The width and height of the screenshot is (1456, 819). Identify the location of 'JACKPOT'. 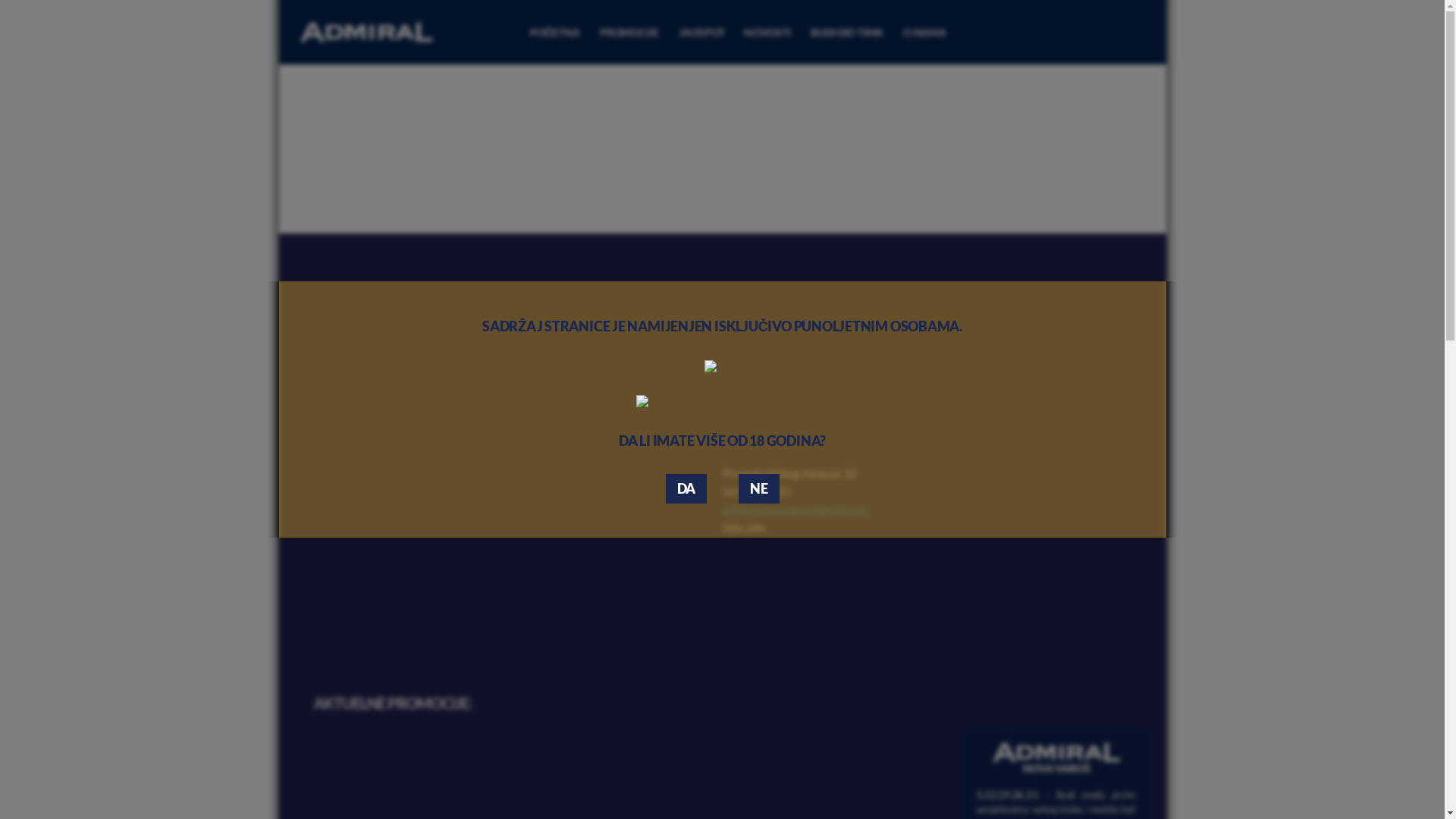
(701, 32).